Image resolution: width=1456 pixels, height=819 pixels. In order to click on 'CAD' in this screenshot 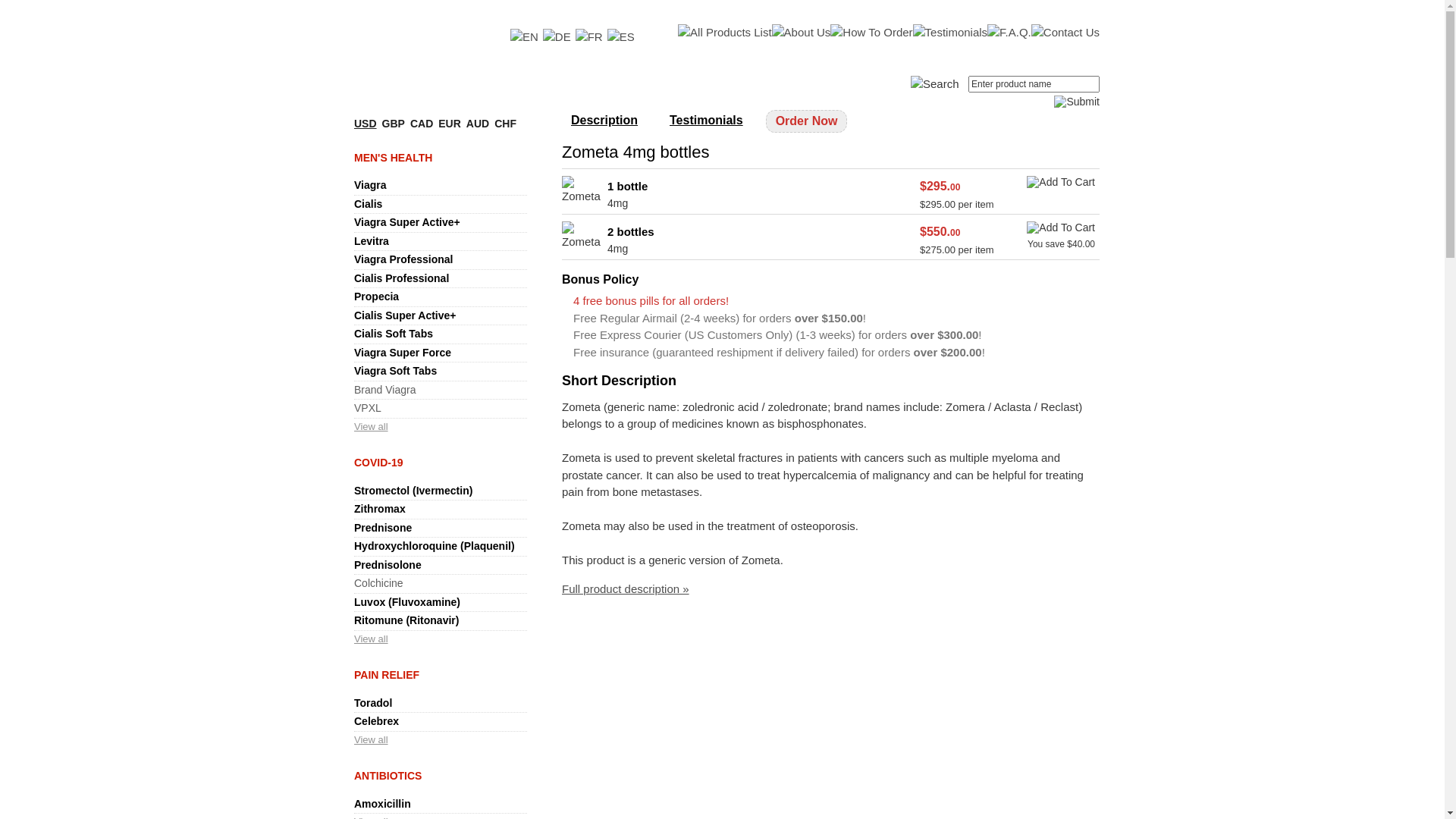, I will do `click(422, 122)`.